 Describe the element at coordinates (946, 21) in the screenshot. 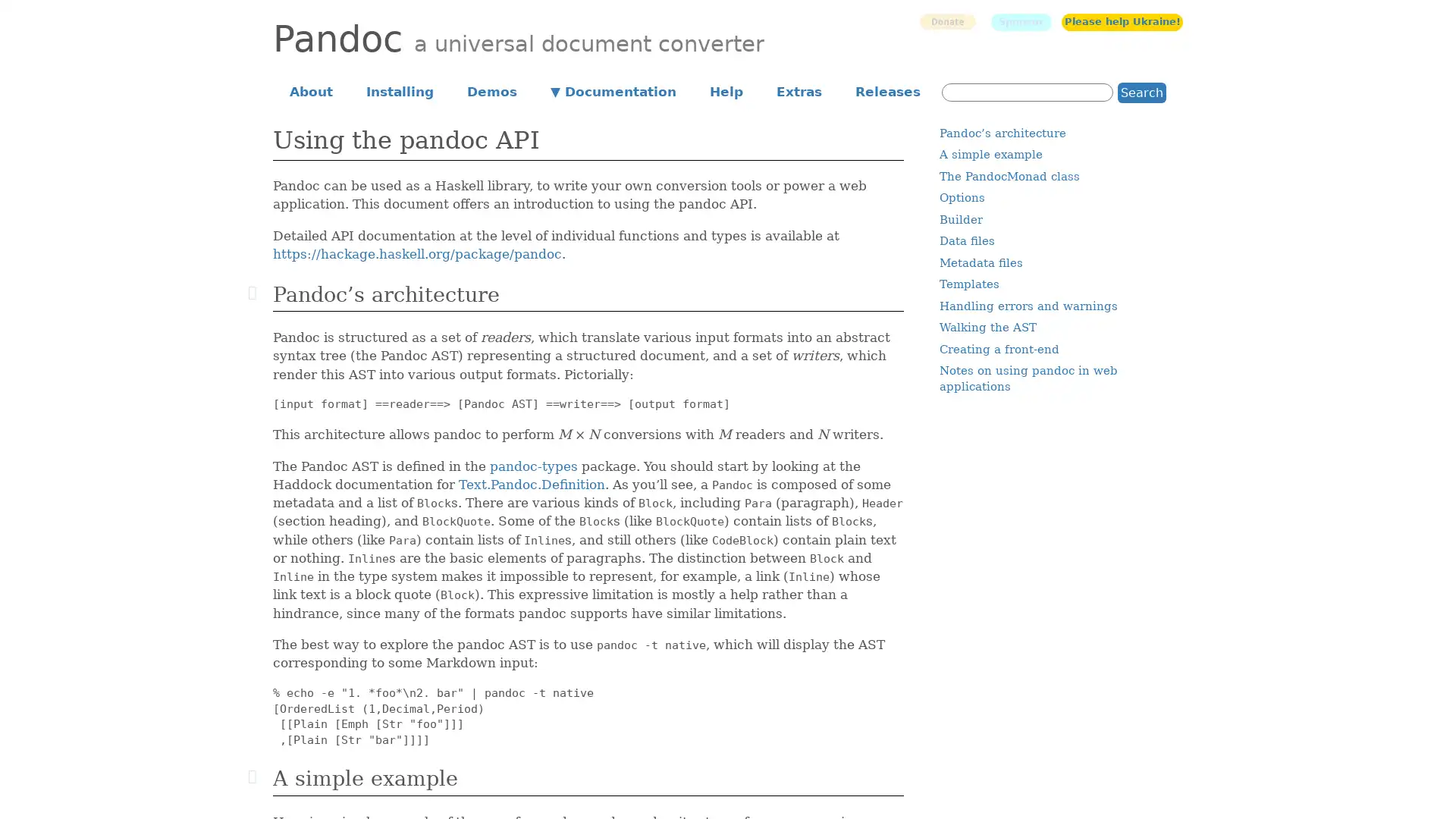

I see `PayPal - The safer, easier way to pay online!` at that location.